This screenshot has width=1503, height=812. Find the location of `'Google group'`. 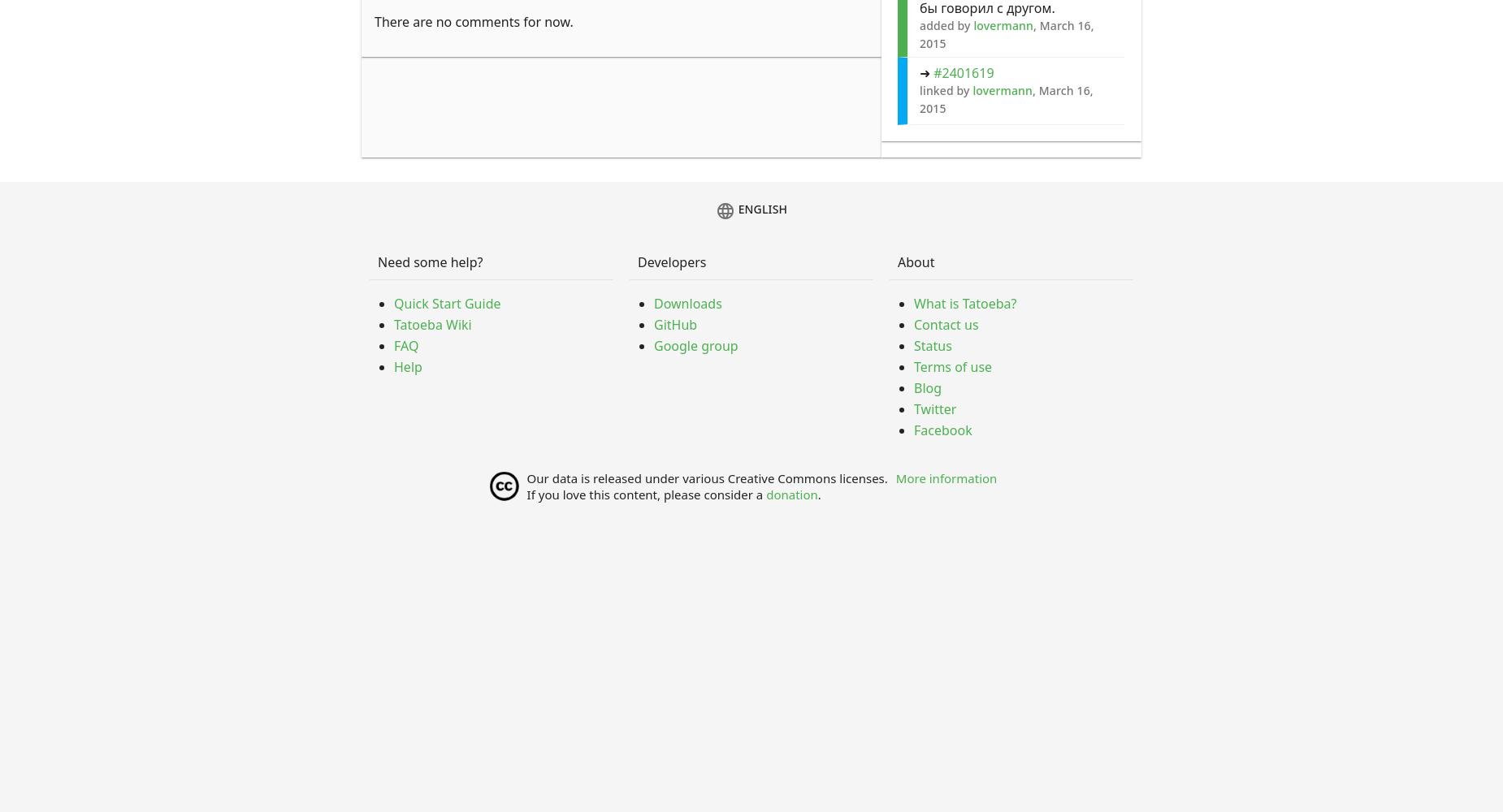

'Google group' is located at coordinates (695, 346).